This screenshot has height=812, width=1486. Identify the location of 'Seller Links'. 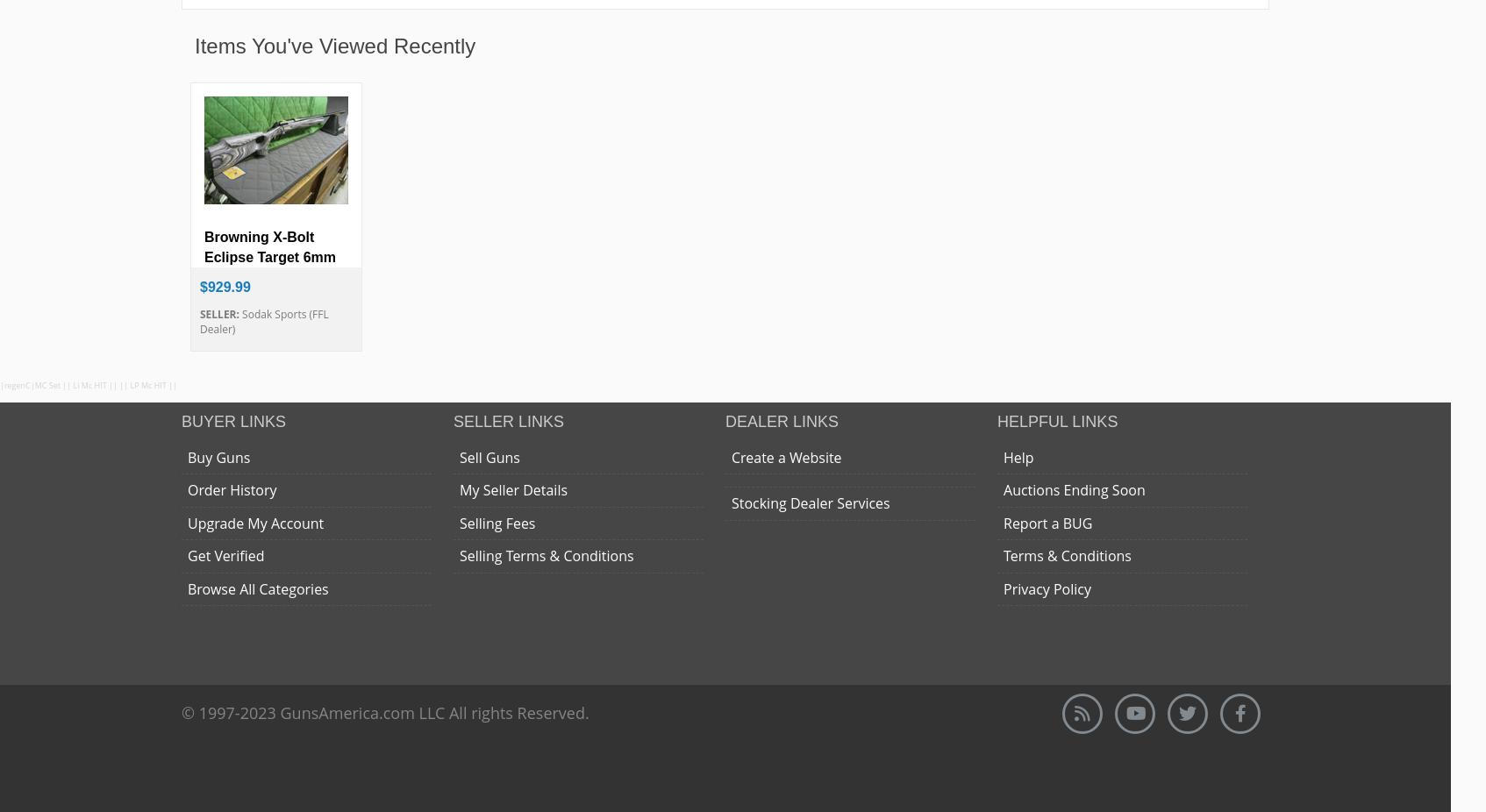
(453, 420).